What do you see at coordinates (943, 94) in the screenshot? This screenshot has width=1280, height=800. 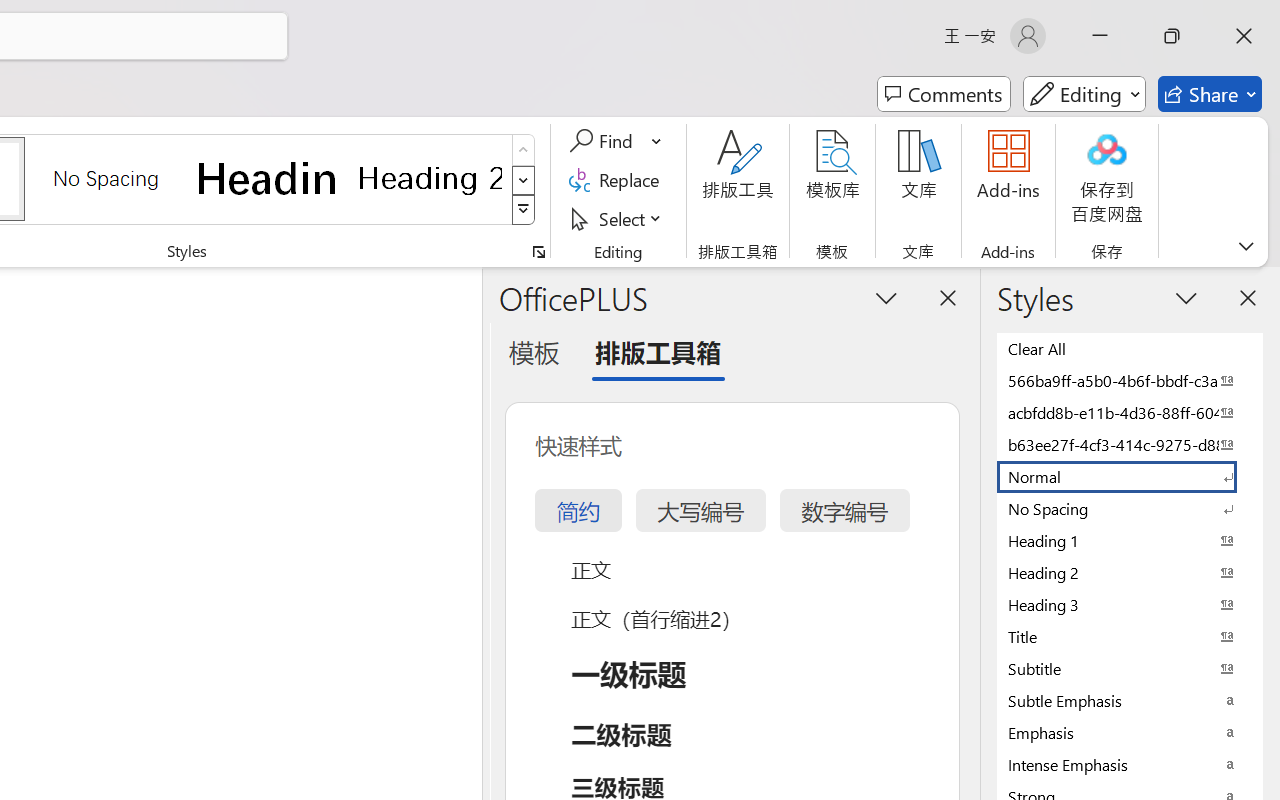 I see `'Comments'` at bounding box center [943, 94].